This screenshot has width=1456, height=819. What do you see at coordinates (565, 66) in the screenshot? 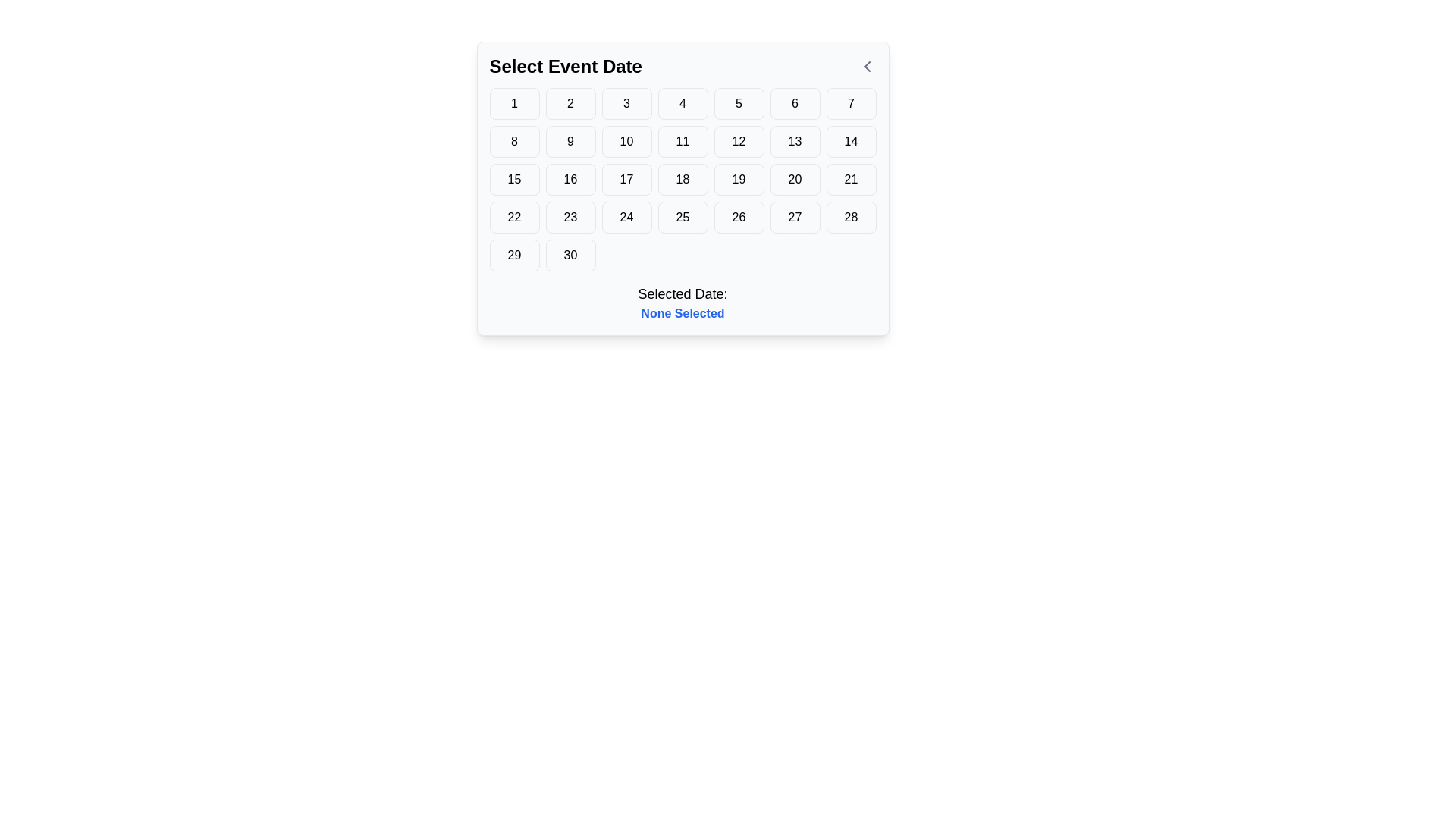
I see `the 'Select Event Date' text label, which is prominently displayed in bold and large font at the top of the calendar interface` at bounding box center [565, 66].